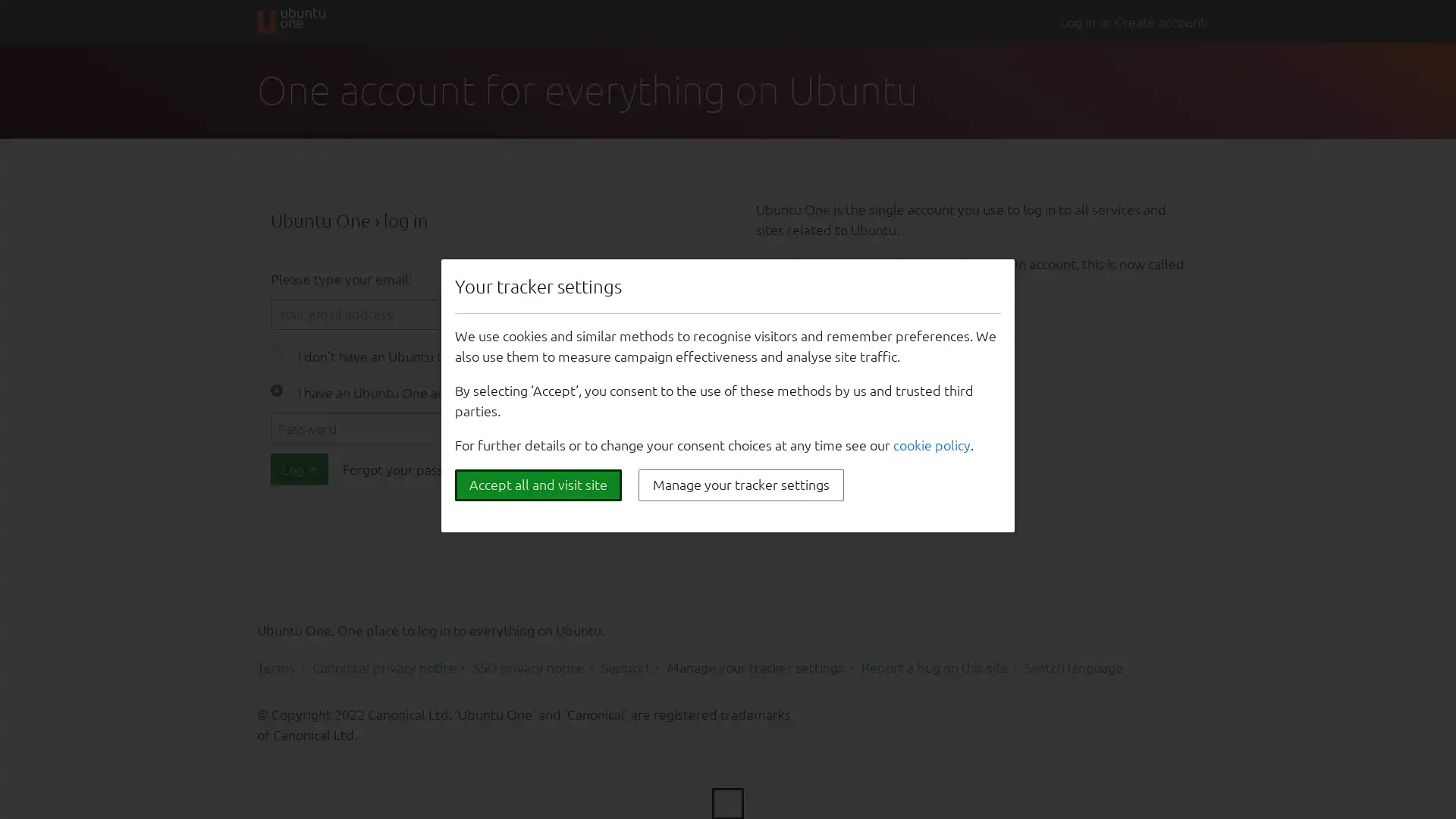 This screenshot has height=819, width=1456. What do you see at coordinates (411, 468) in the screenshot?
I see `Forgot your password?` at bounding box center [411, 468].